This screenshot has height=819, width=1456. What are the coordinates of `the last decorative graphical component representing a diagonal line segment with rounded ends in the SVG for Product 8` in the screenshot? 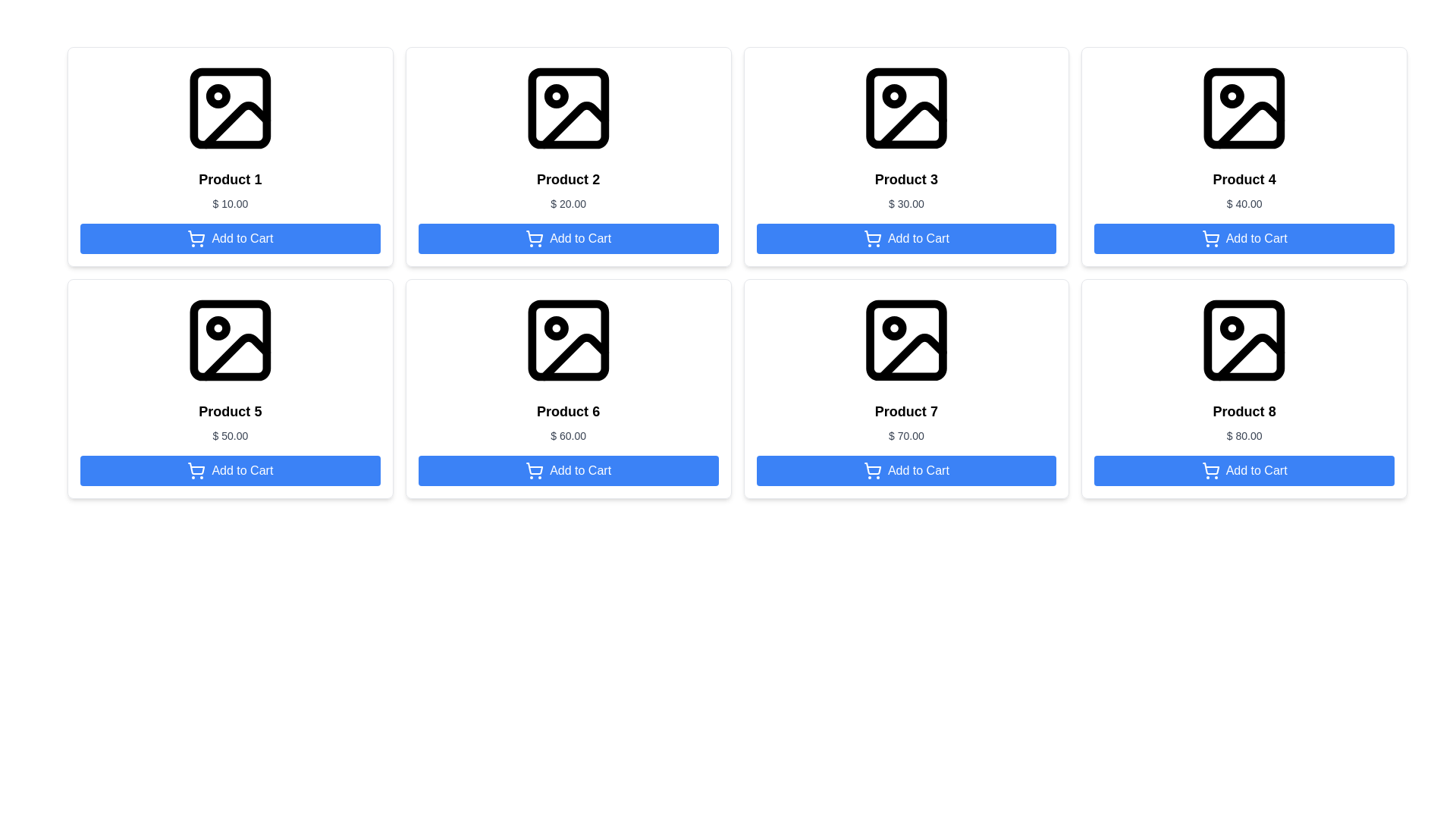 It's located at (1250, 357).